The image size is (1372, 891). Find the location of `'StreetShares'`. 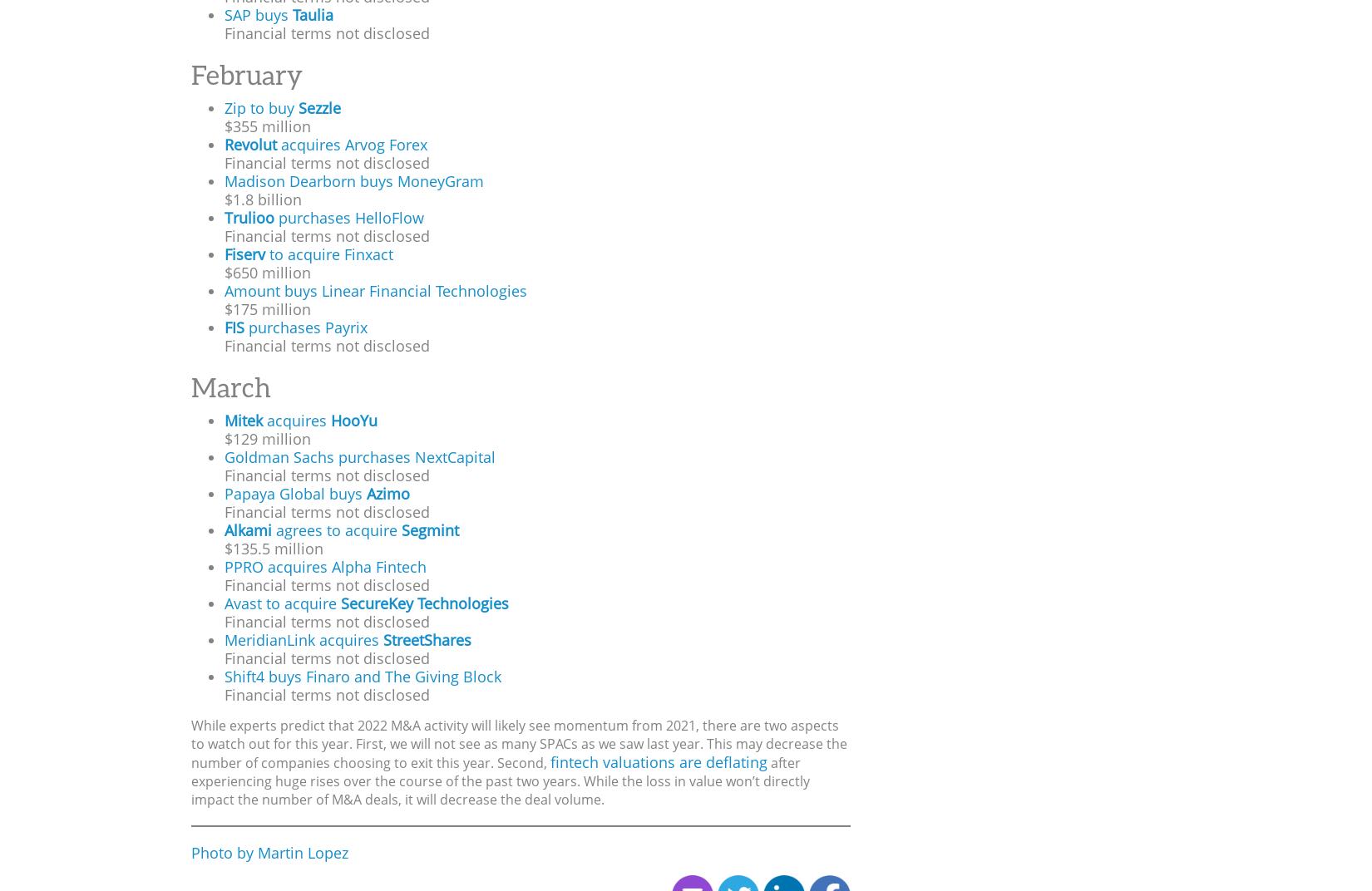

'StreetShares' is located at coordinates (382, 640).